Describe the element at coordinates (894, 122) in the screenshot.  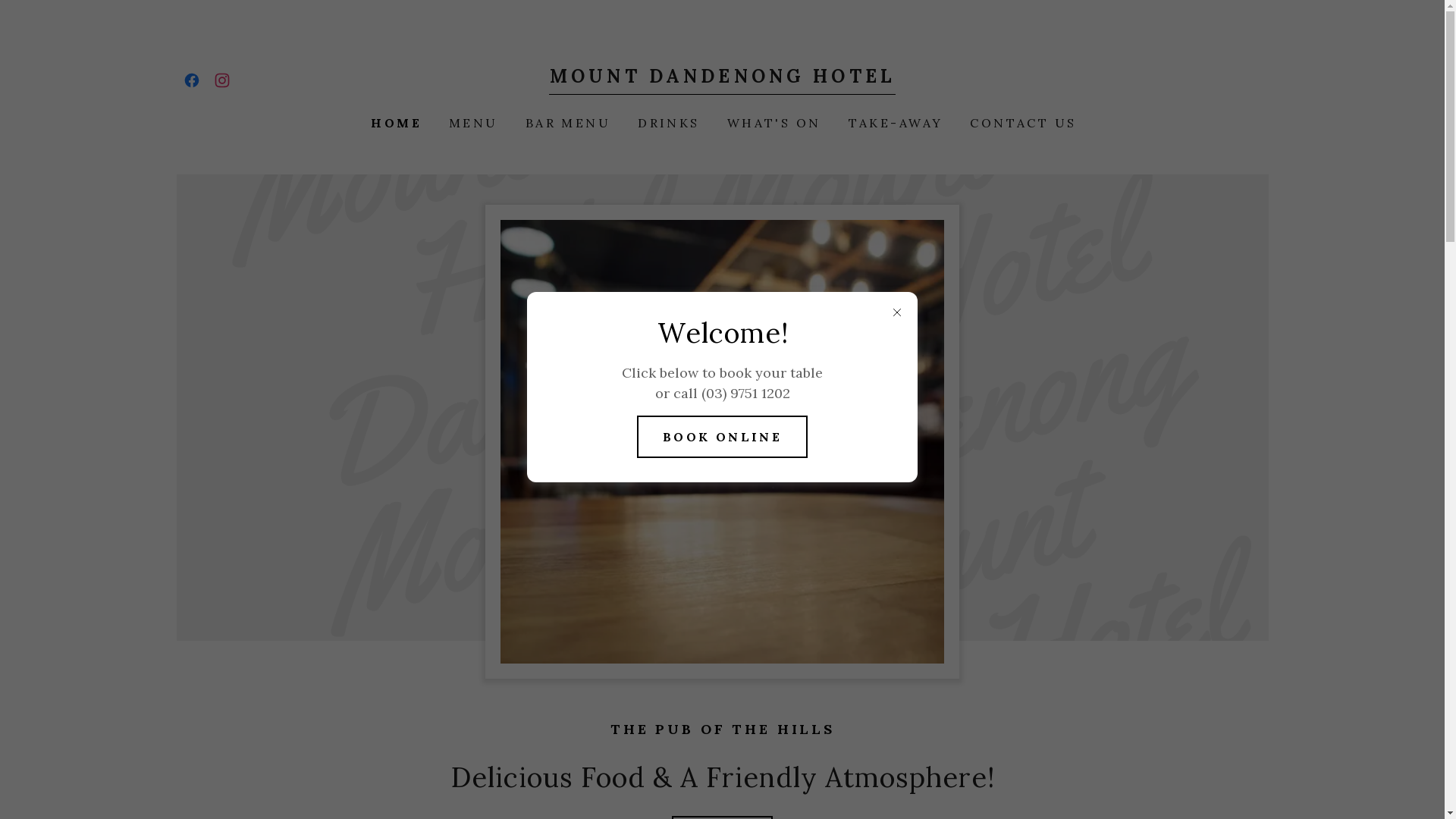
I see `'TAKE-AWAY'` at that location.